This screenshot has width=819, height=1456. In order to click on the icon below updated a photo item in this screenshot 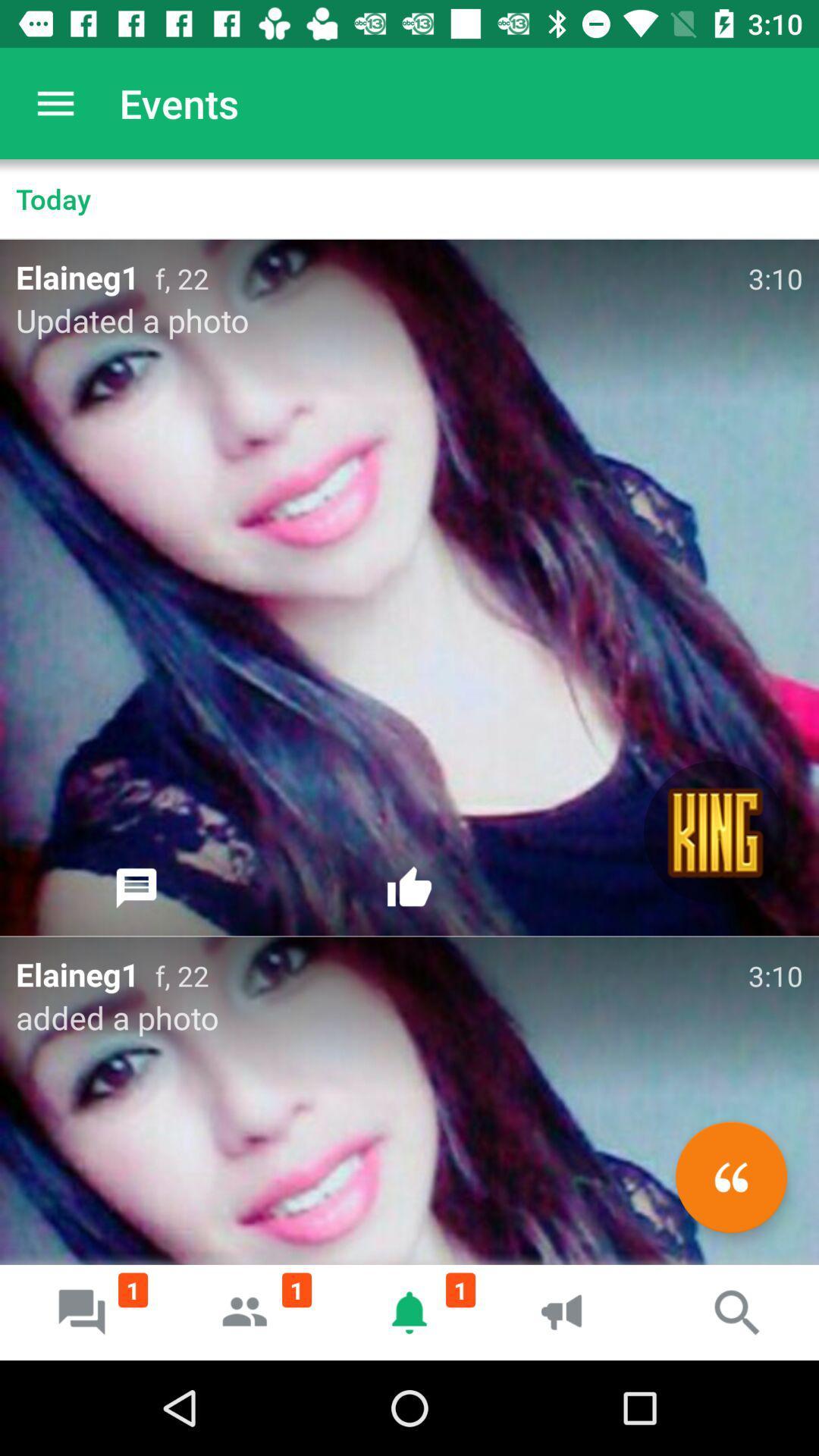, I will do `click(136, 888)`.